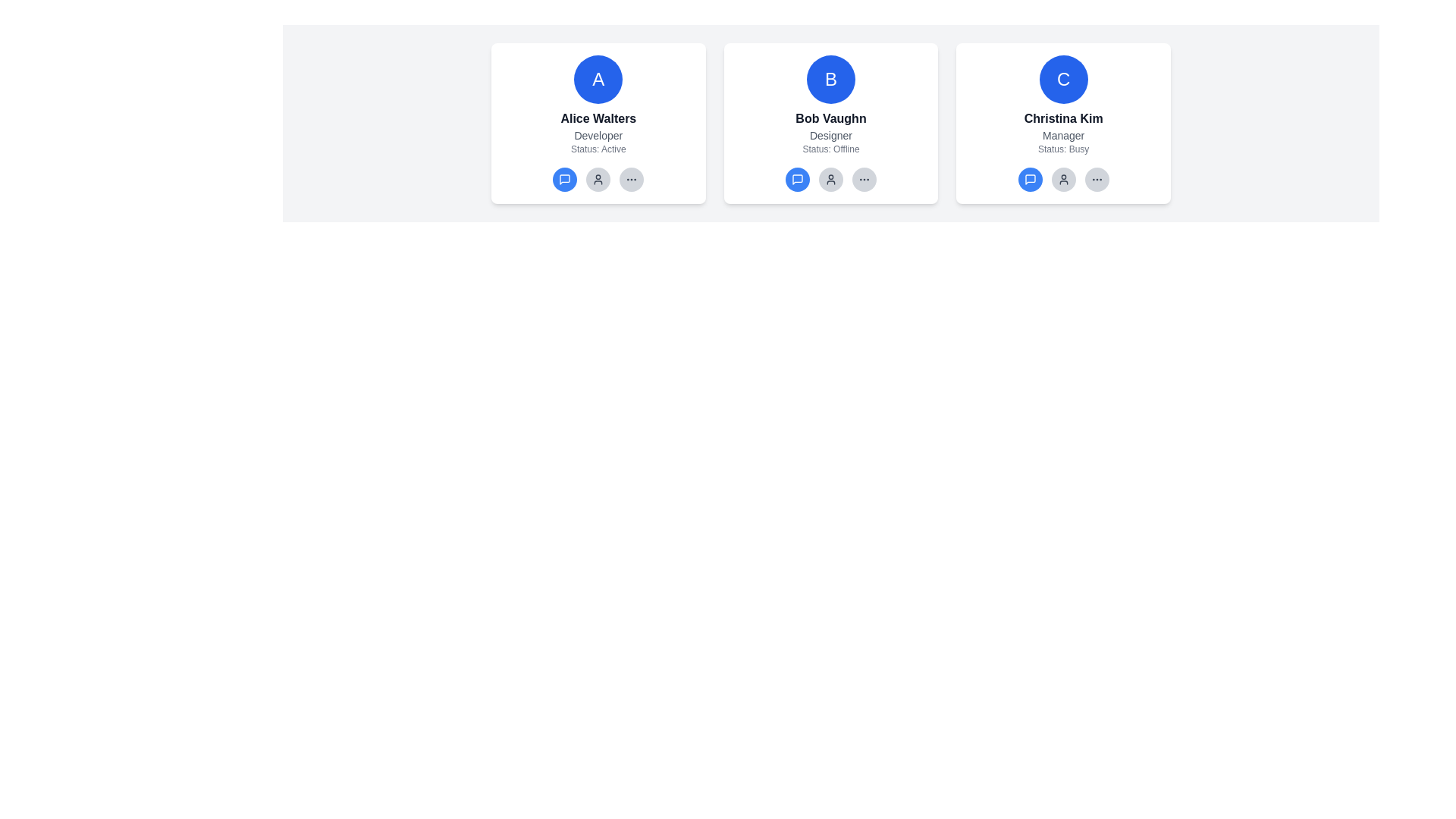 Image resolution: width=1456 pixels, height=819 pixels. I want to click on the message bubble icon within the blue circular button located under the user card for Alice Walters for accessibility purposes, so click(564, 178).